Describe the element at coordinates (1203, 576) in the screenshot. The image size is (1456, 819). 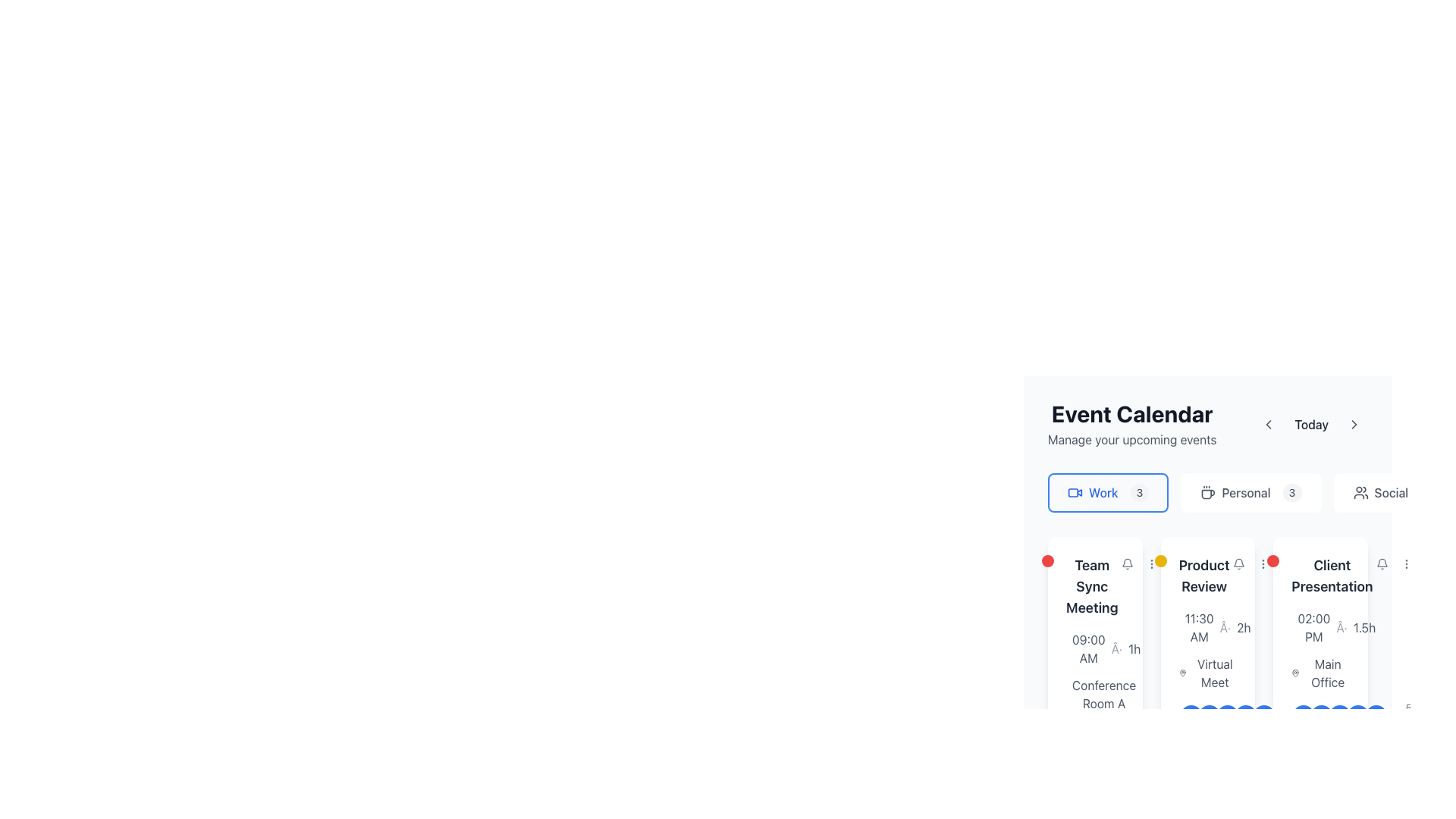
I see `the 'Product Review' text label located at the top center of the event card in the 'Event Calendar' section` at that location.